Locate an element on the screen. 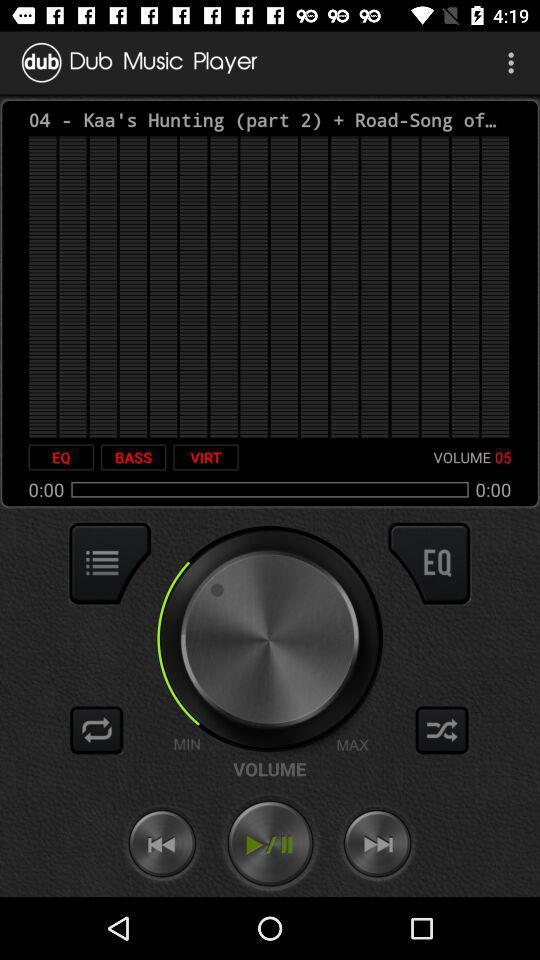 The width and height of the screenshot is (540, 960). the icon next to the  bass  item is located at coordinates (61, 457).